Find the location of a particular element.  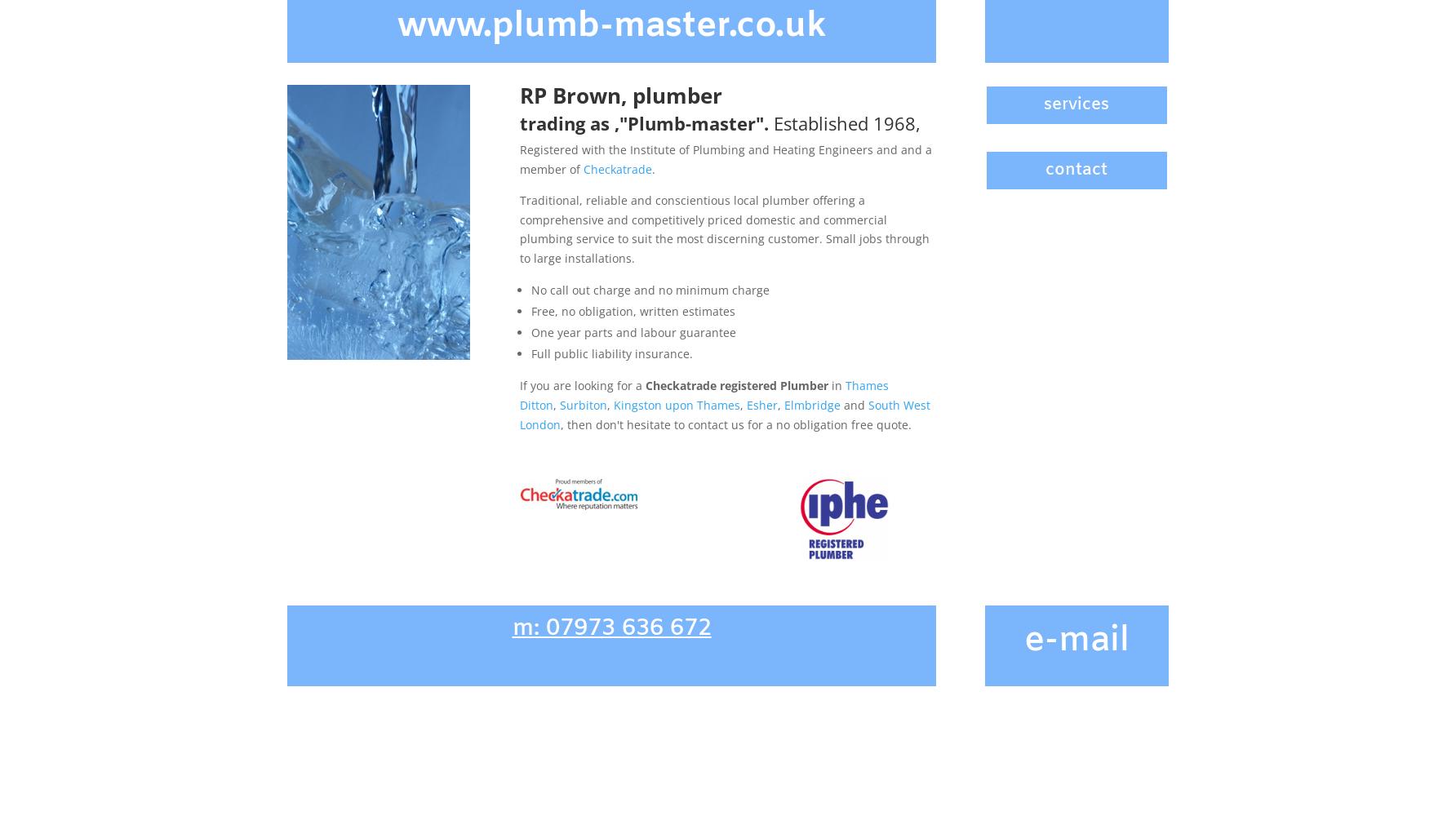

'Surbiton' is located at coordinates (559, 403).